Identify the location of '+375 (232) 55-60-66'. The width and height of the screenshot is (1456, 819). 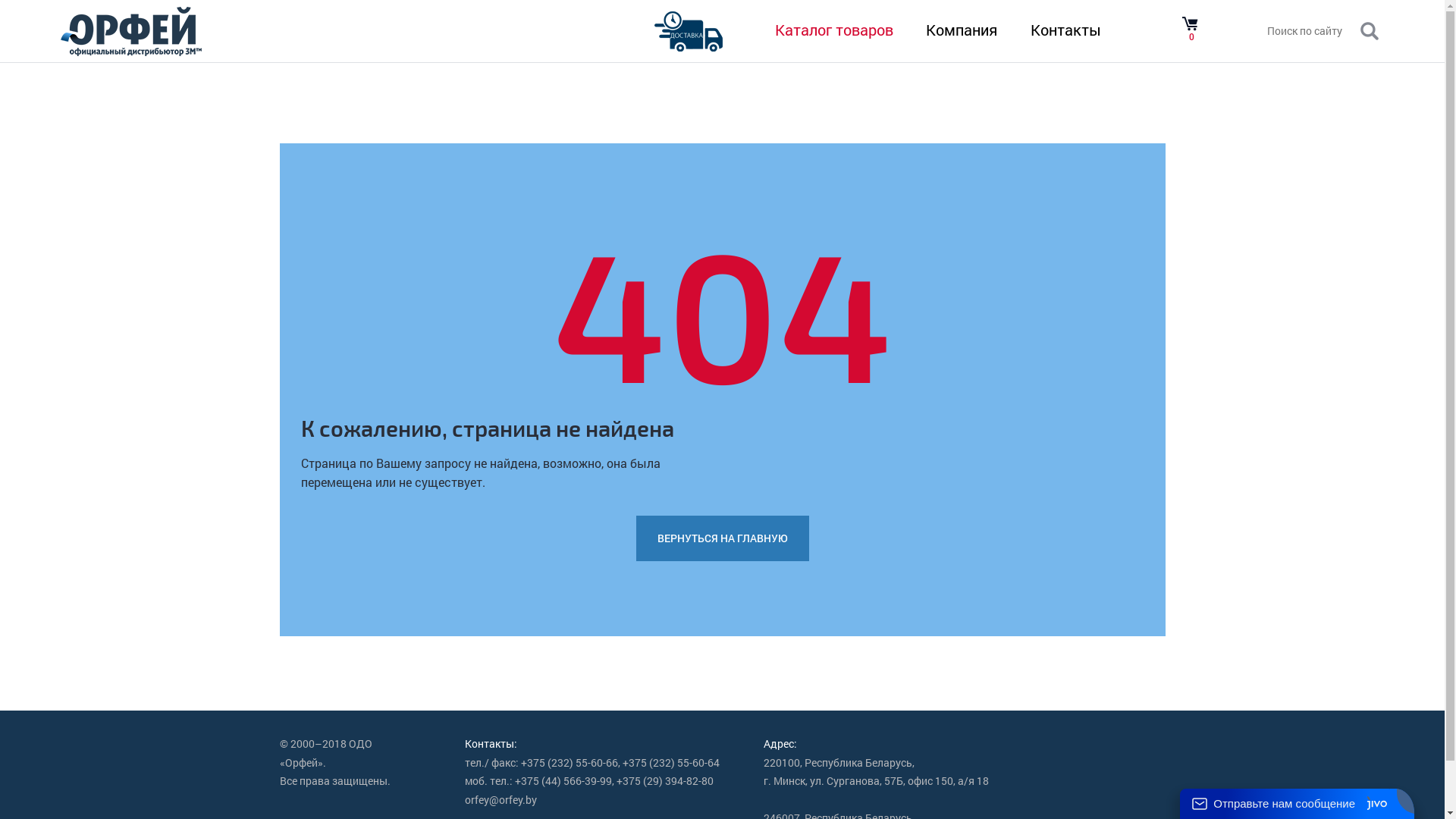
(568, 763).